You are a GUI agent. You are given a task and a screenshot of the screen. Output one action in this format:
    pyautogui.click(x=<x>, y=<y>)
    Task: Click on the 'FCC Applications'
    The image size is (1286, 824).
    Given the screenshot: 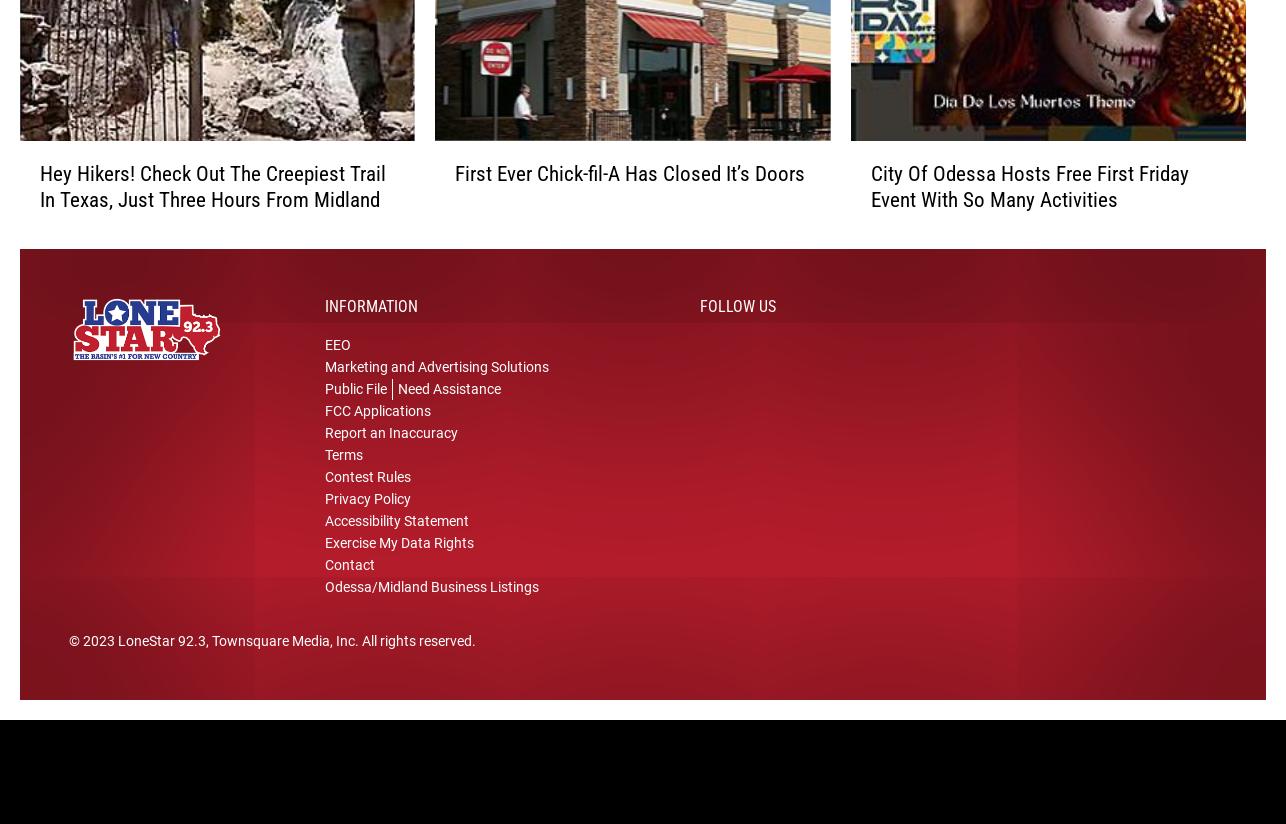 What is the action you would take?
    pyautogui.click(x=376, y=426)
    